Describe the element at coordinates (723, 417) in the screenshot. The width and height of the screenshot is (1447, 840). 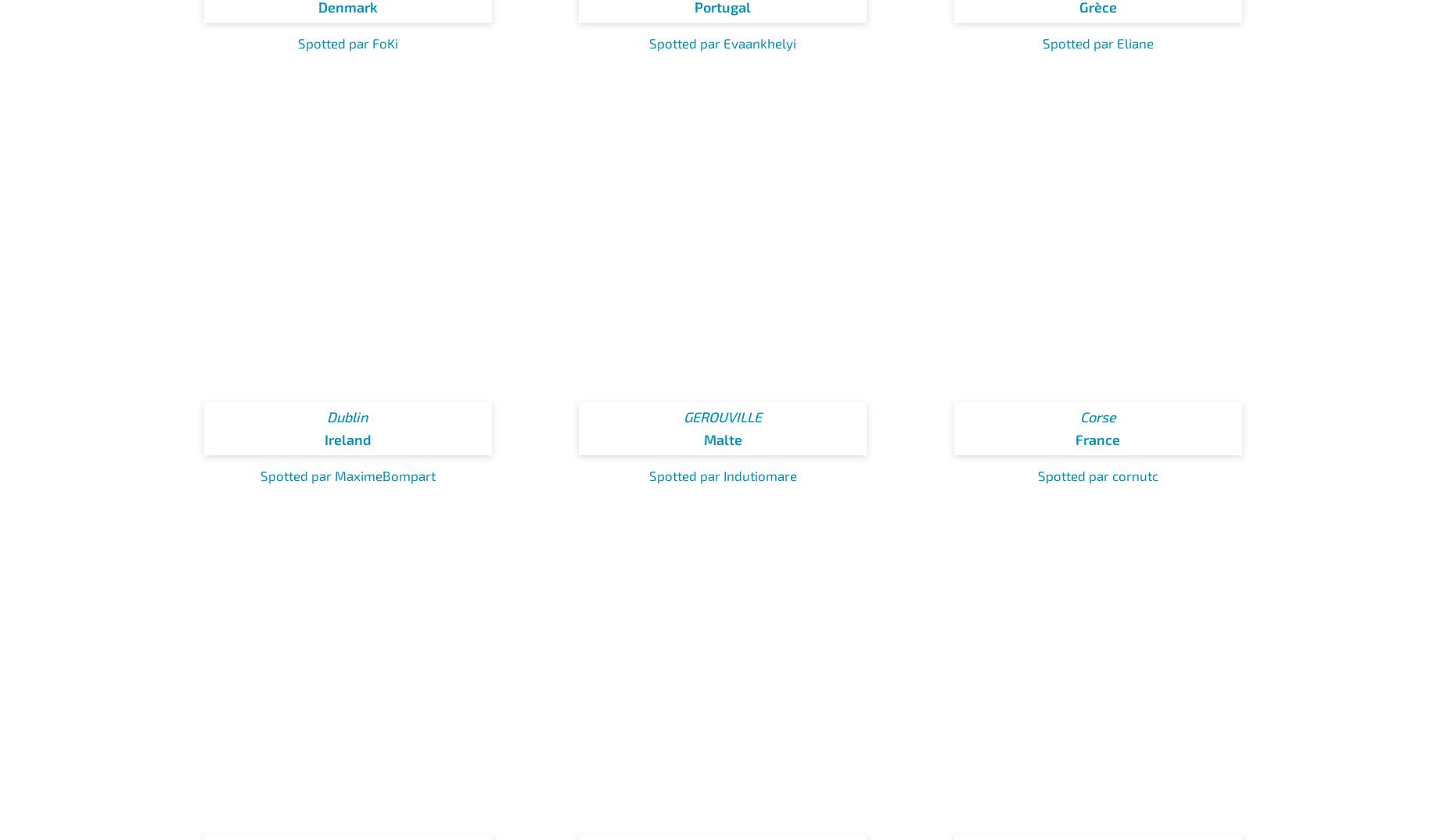
I see `'GEROUVILLE'` at that location.